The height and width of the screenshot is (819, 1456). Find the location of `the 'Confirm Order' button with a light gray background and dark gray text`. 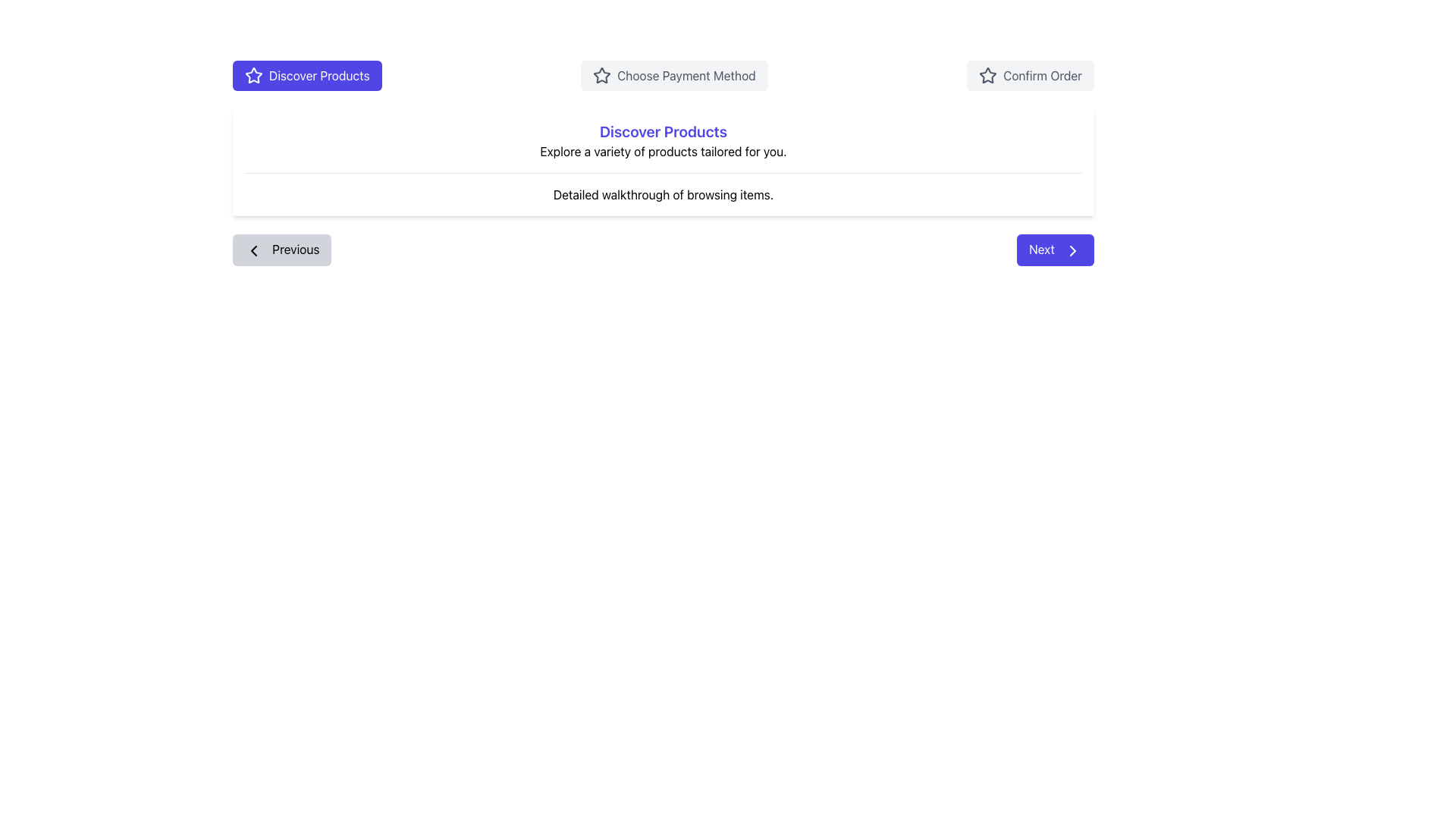

the 'Confirm Order' button with a light gray background and dark gray text is located at coordinates (1030, 76).